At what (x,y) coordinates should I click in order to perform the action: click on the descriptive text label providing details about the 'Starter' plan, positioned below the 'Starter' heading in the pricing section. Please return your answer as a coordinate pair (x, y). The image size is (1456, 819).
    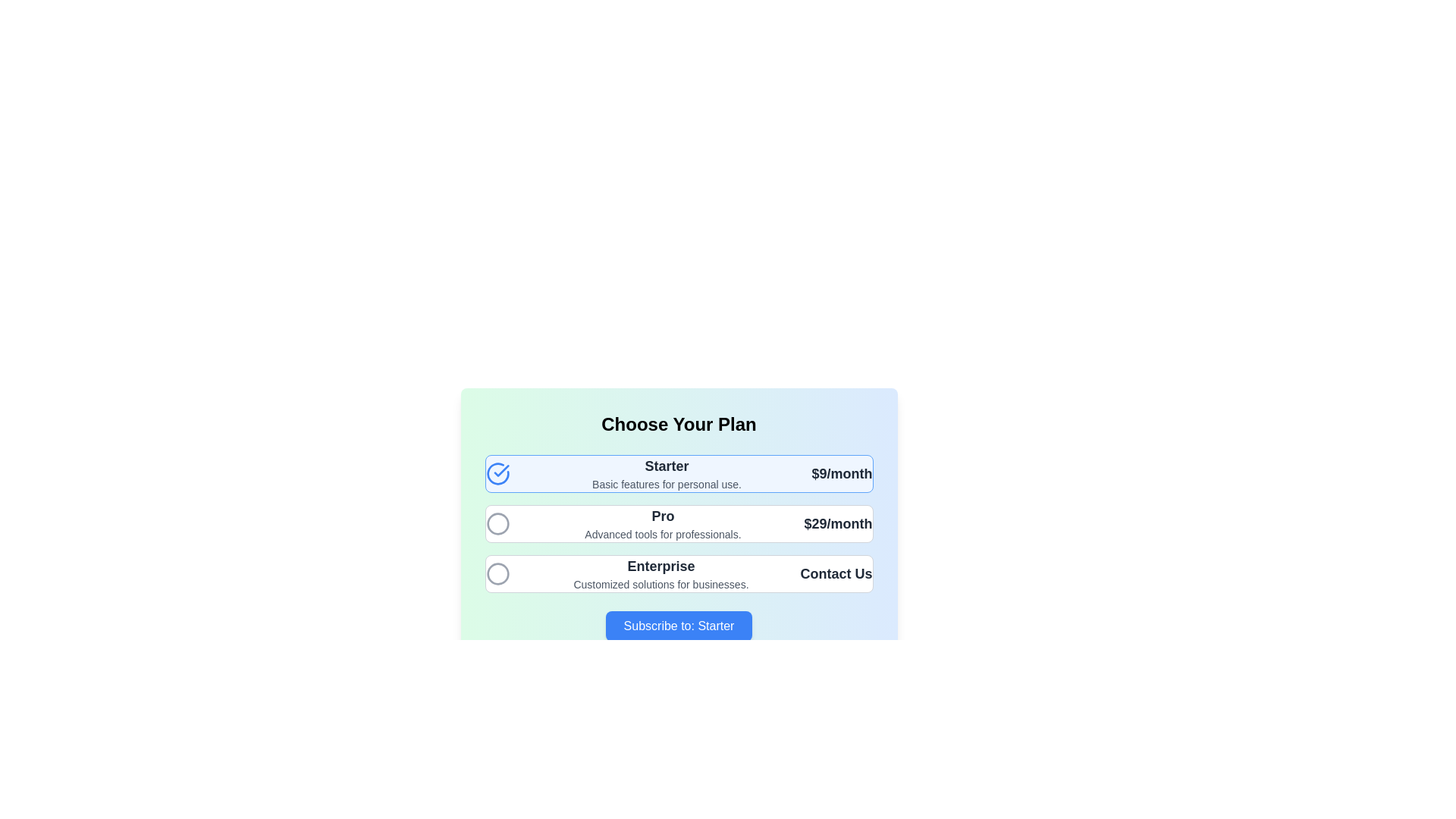
    Looking at the image, I should click on (667, 485).